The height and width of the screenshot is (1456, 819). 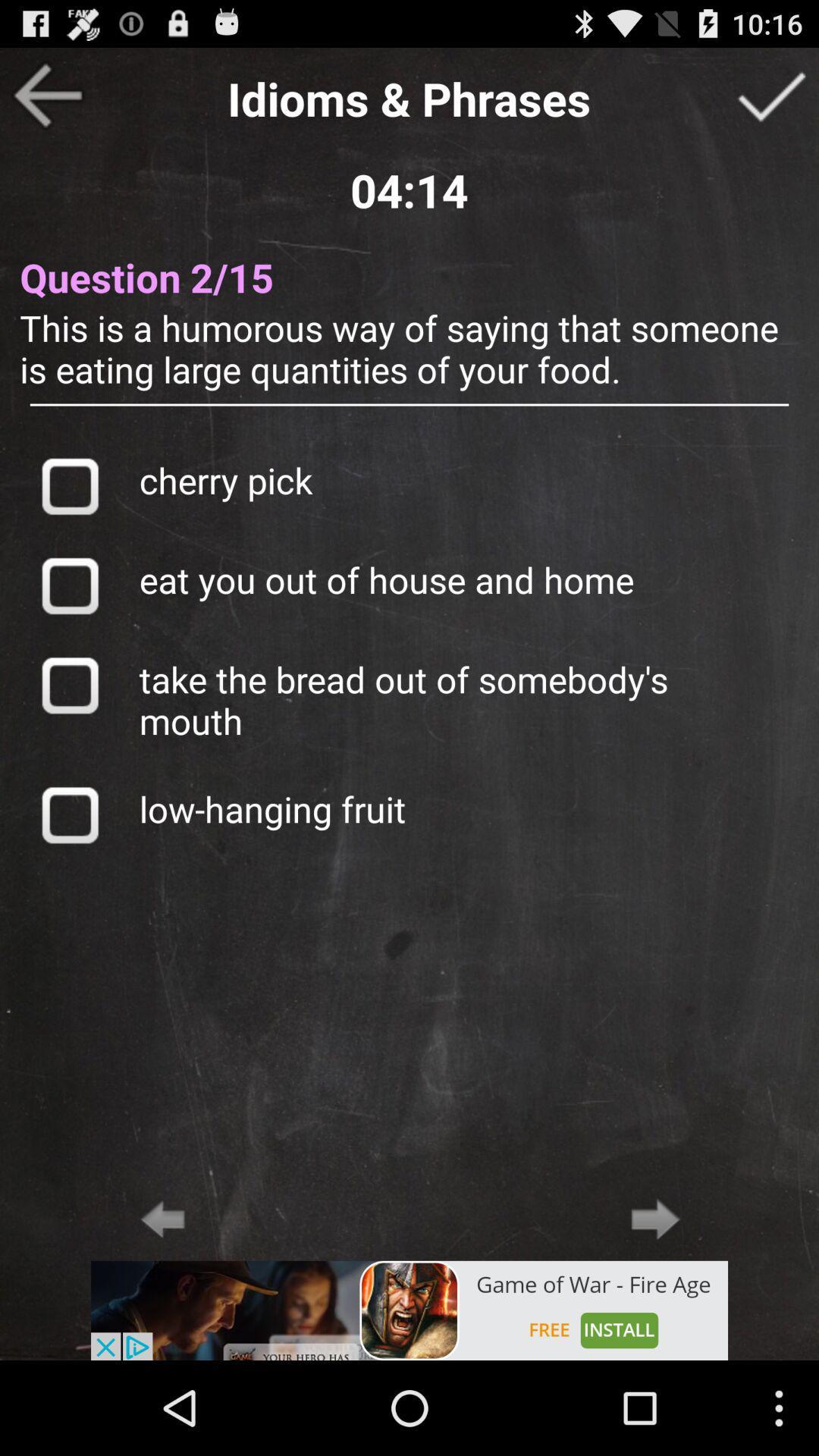 What do you see at coordinates (69, 684) in the screenshot?
I see `button` at bounding box center [69, 684].